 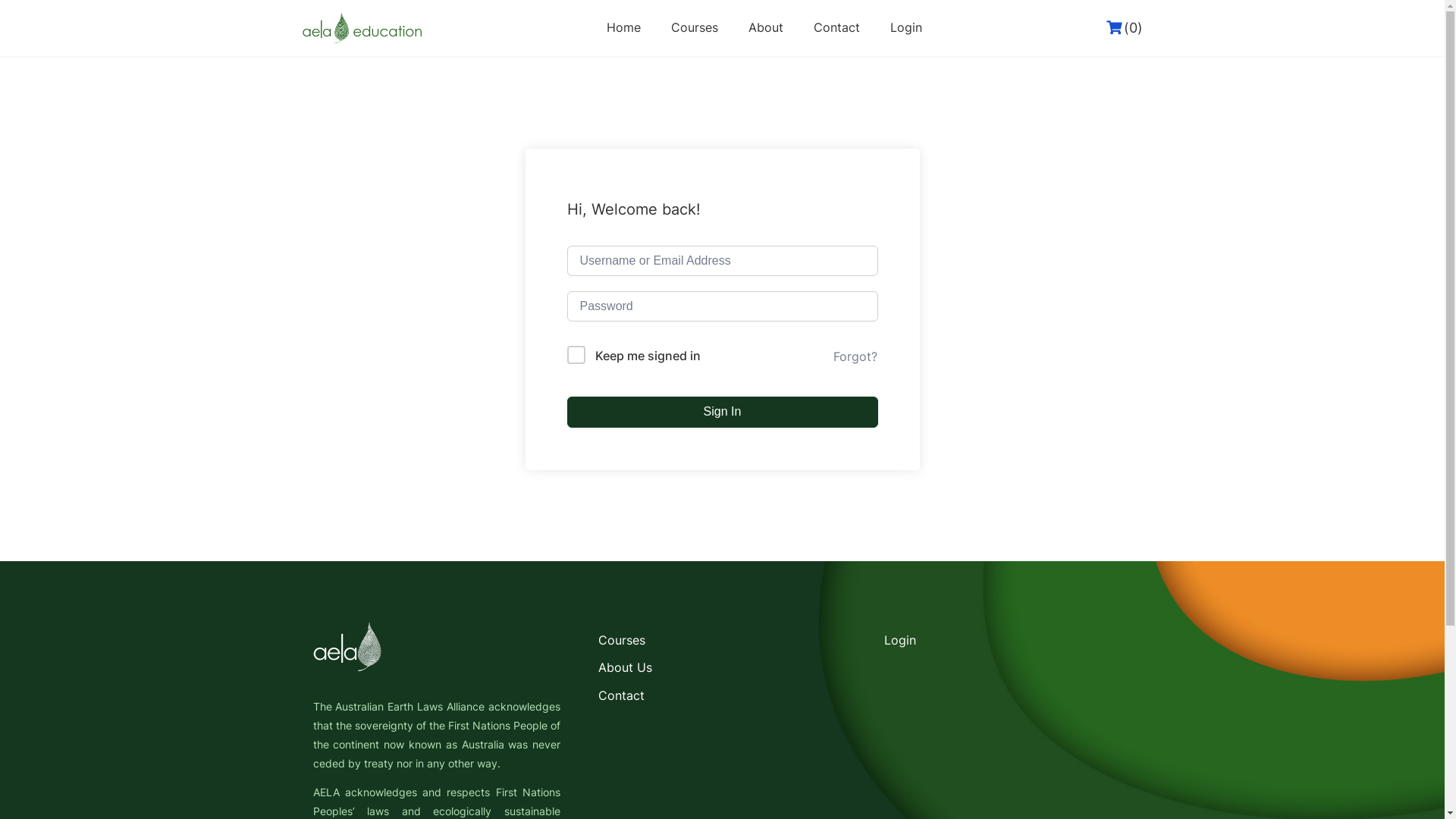 I want to click on 'Login', so click(x=899, y=640).